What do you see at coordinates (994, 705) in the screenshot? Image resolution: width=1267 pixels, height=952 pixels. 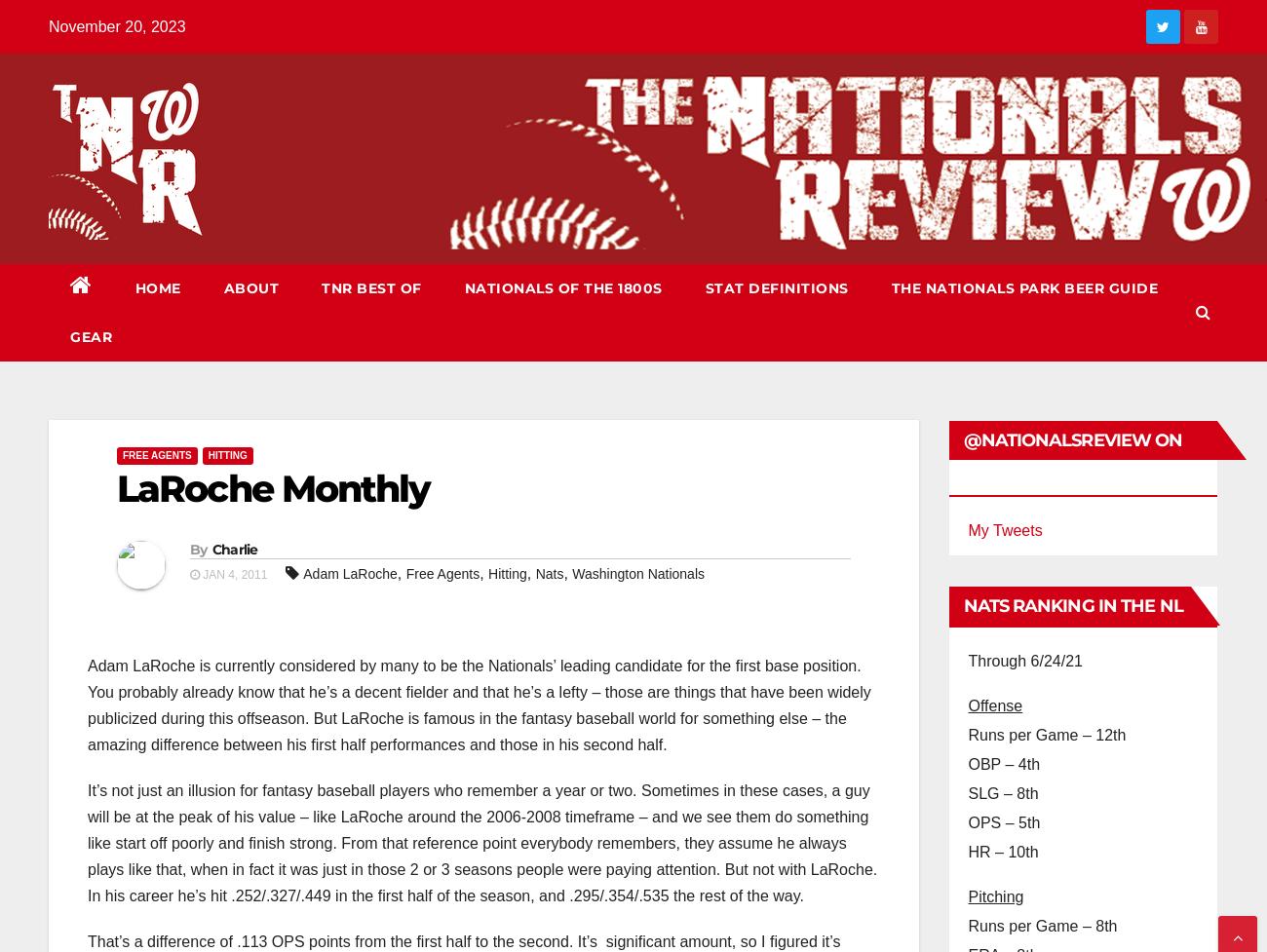 I see `'Offense'` at bounding box center [994, 705].